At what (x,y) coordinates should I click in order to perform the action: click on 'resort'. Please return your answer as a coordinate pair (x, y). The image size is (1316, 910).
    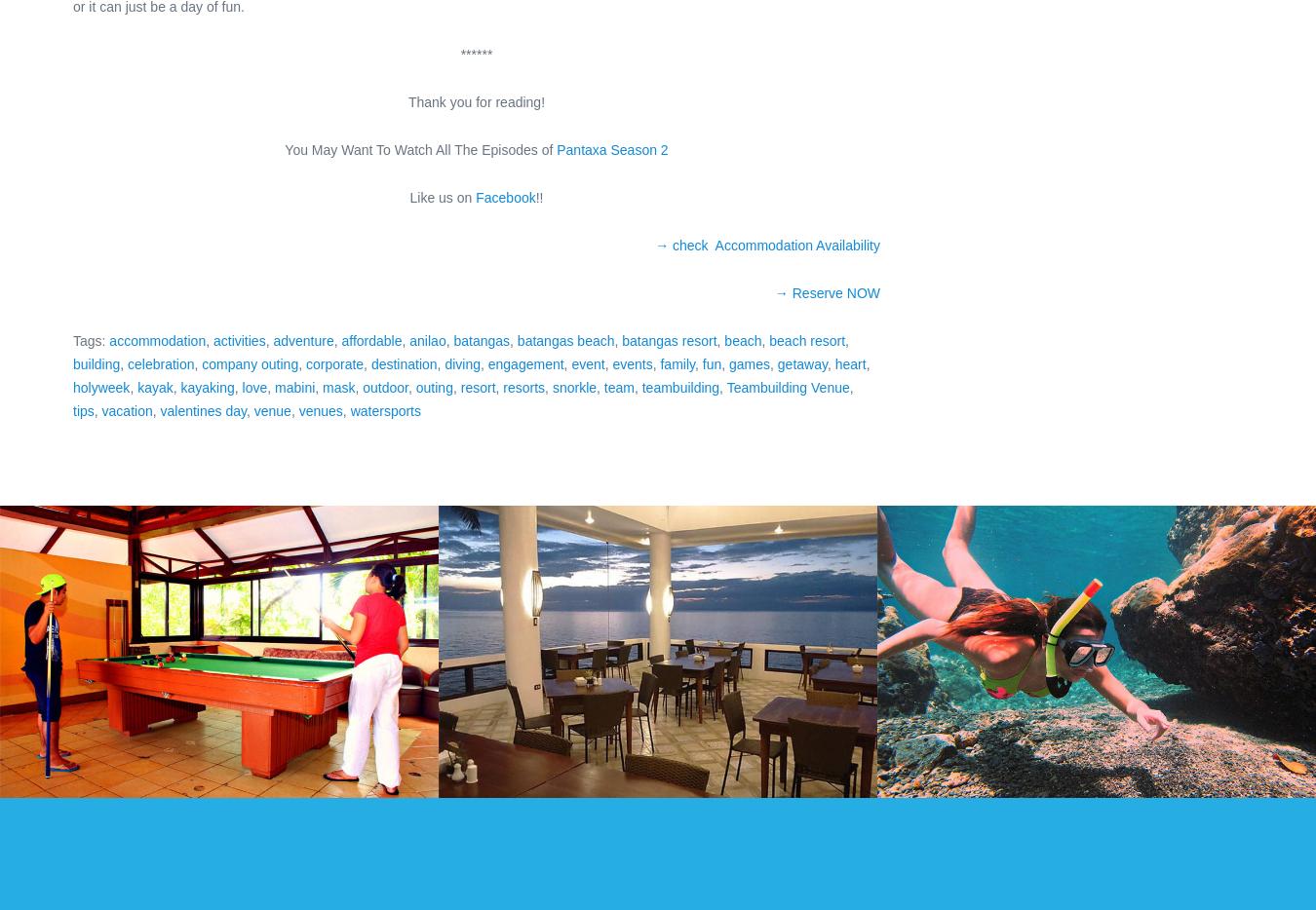
    Looking at the image, I should click on (458, 386).